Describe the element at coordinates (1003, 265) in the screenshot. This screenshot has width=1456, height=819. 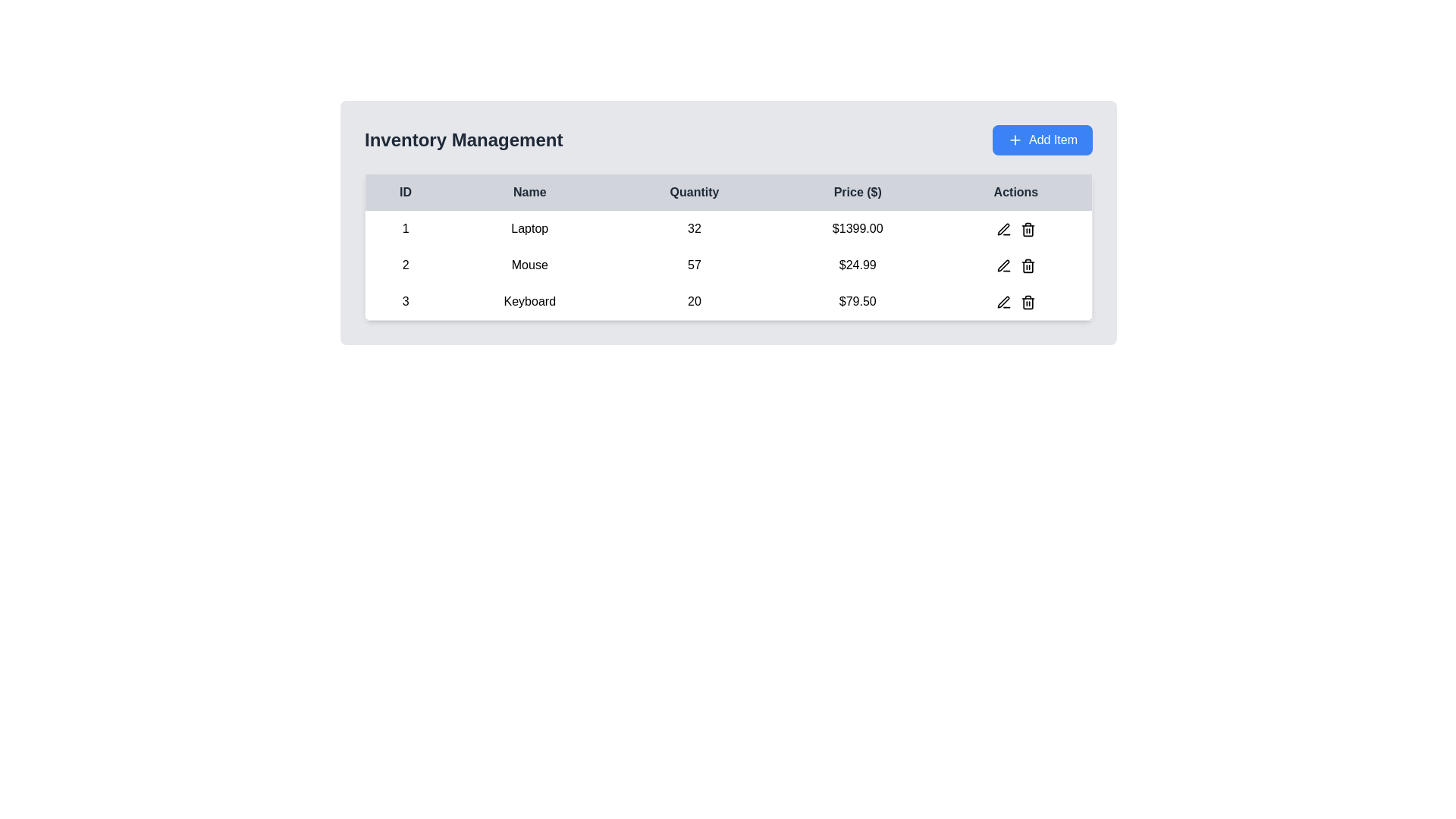
I see `the edit icon button in the Actions column of the Inventory Management interface, located in the second row next` at that location.